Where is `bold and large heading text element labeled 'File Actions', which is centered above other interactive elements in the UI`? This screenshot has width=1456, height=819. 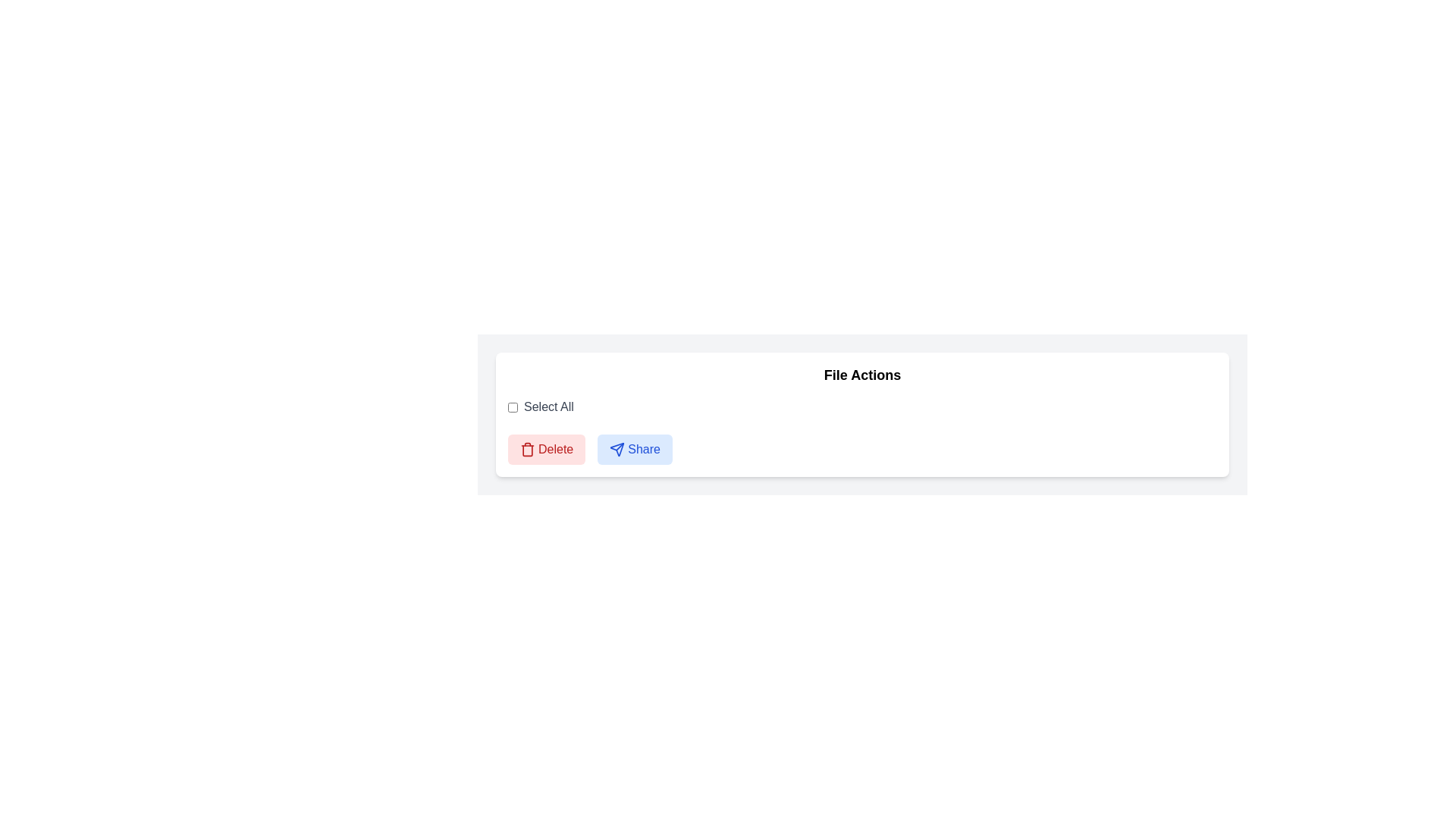 bold and large heading text element labeled 'File Actions', which is centered above other interactive elements in the UI is located at coordinates (862, 375).